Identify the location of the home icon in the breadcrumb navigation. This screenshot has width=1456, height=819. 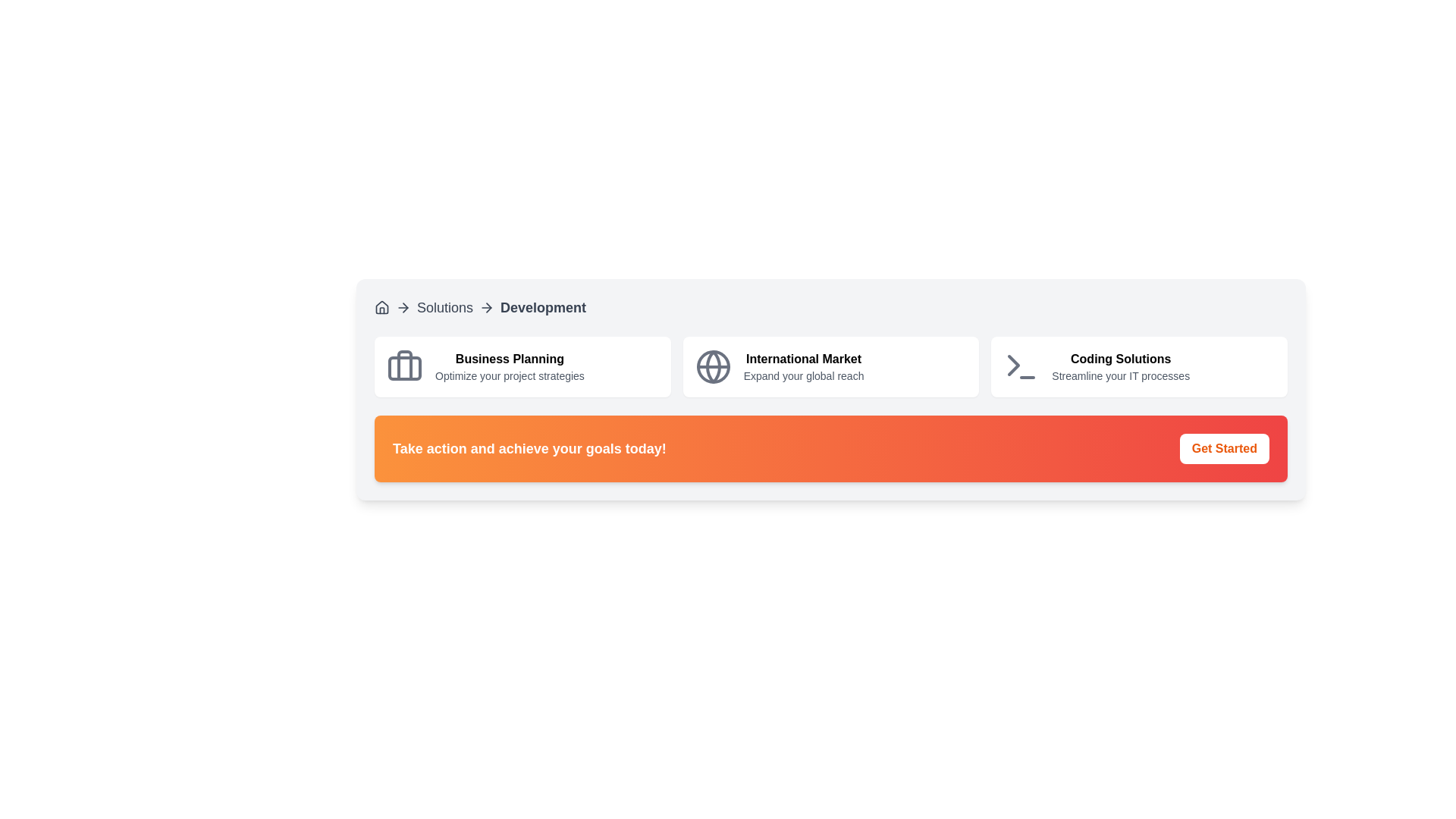
(382, 307).